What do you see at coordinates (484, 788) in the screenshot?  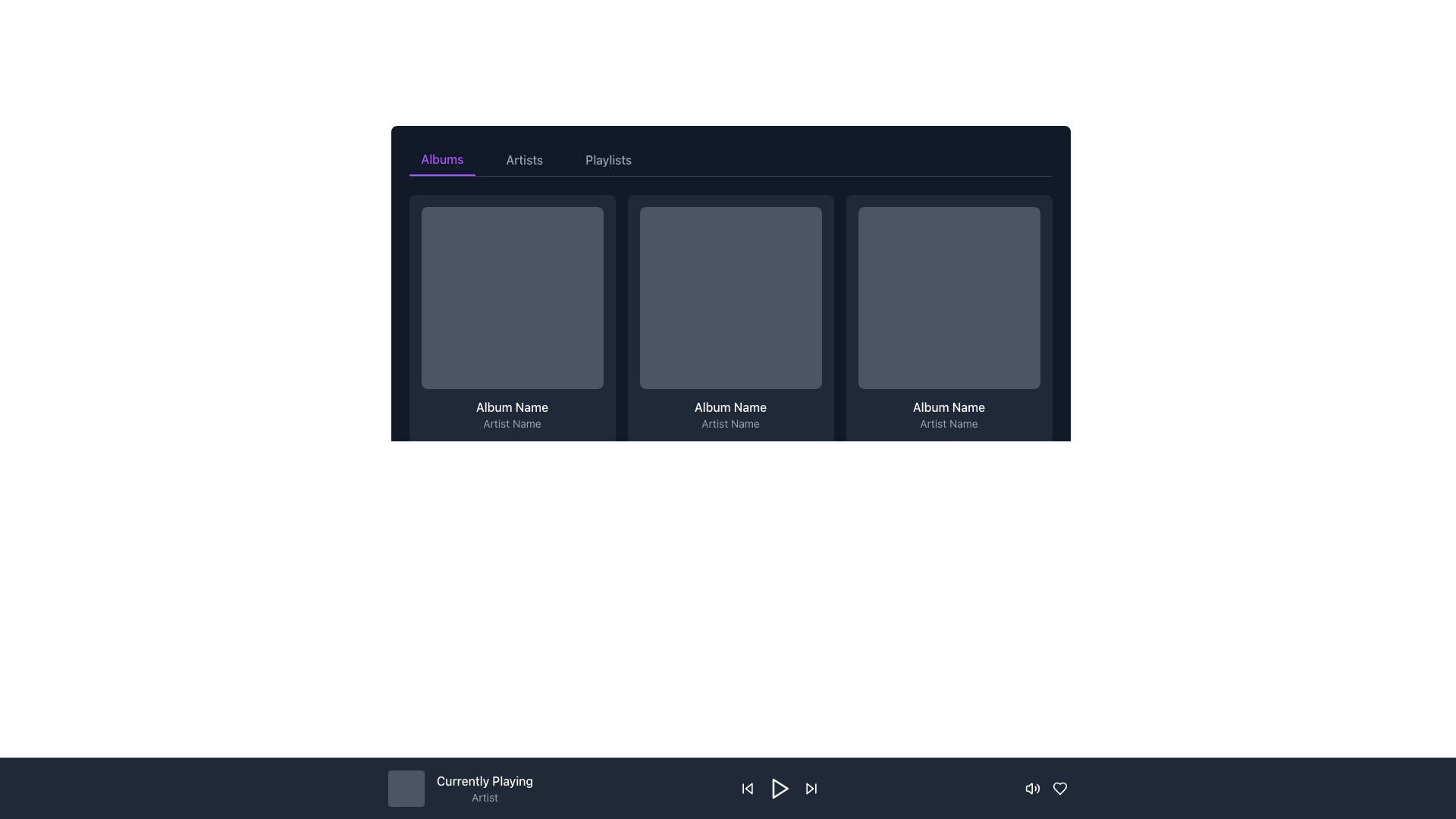 I see `the Text Display element that shows information about the currently playing track, located in the bottom control bar, between the placeholder image and playback controls` at bounding box center [484, 788].